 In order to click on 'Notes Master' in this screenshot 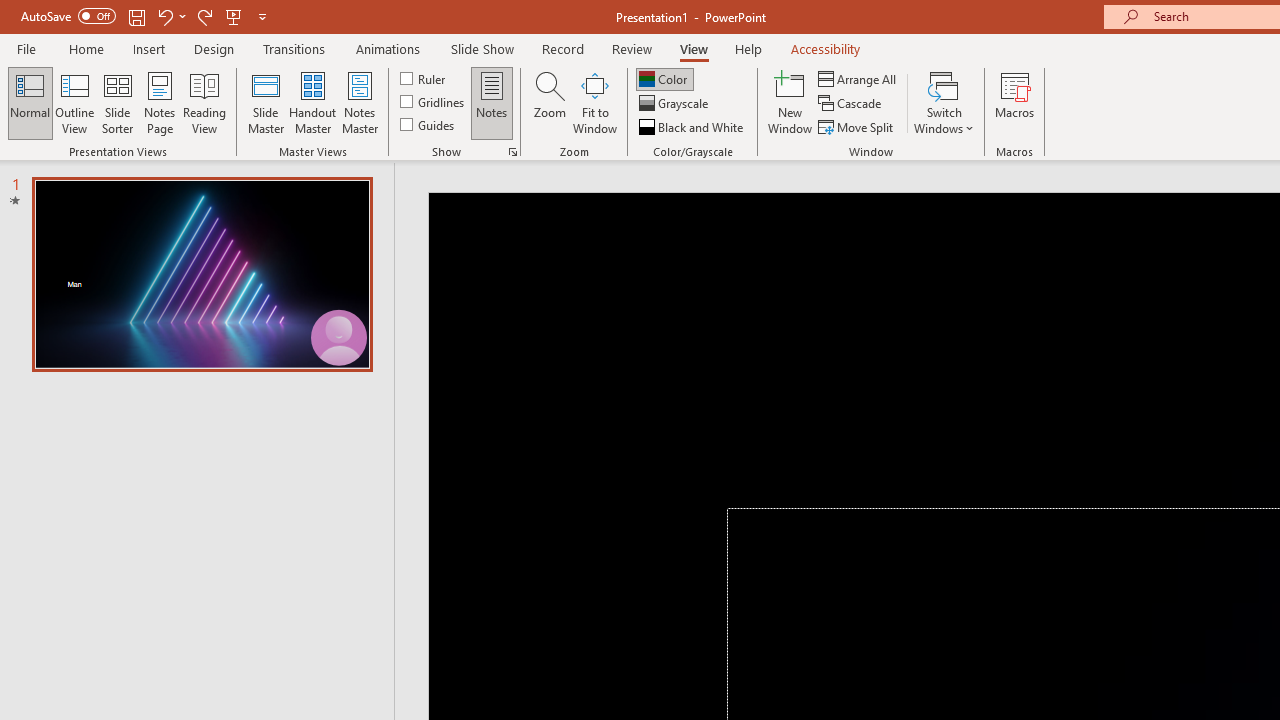, I will do `click(360, 103)`.